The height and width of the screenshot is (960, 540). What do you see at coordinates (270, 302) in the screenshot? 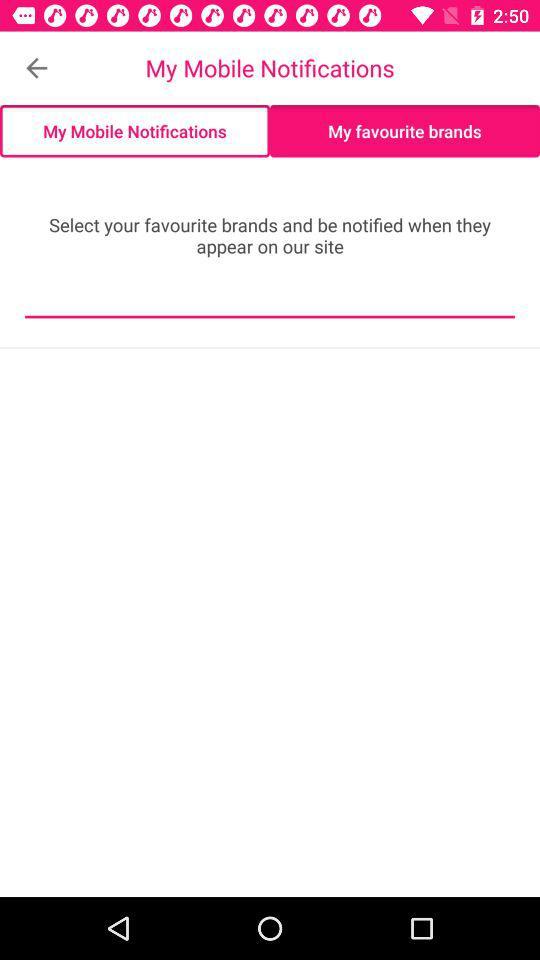
I see `the icon below select your favourite` at bounding box center [270, 302].